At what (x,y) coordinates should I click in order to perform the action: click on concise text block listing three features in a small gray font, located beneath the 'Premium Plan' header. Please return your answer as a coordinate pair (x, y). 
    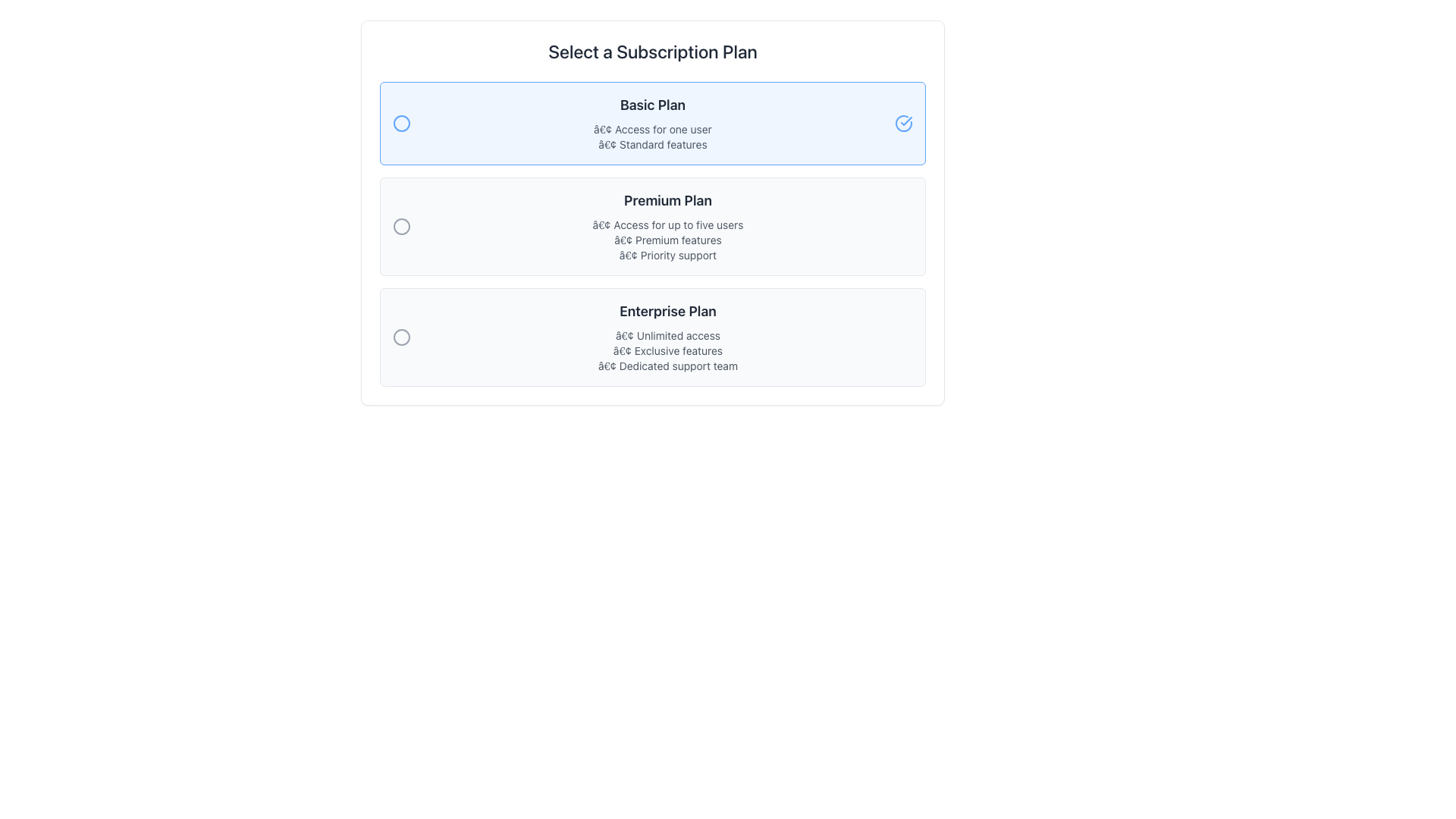
    Looking at the image, I should click on (667, 239).